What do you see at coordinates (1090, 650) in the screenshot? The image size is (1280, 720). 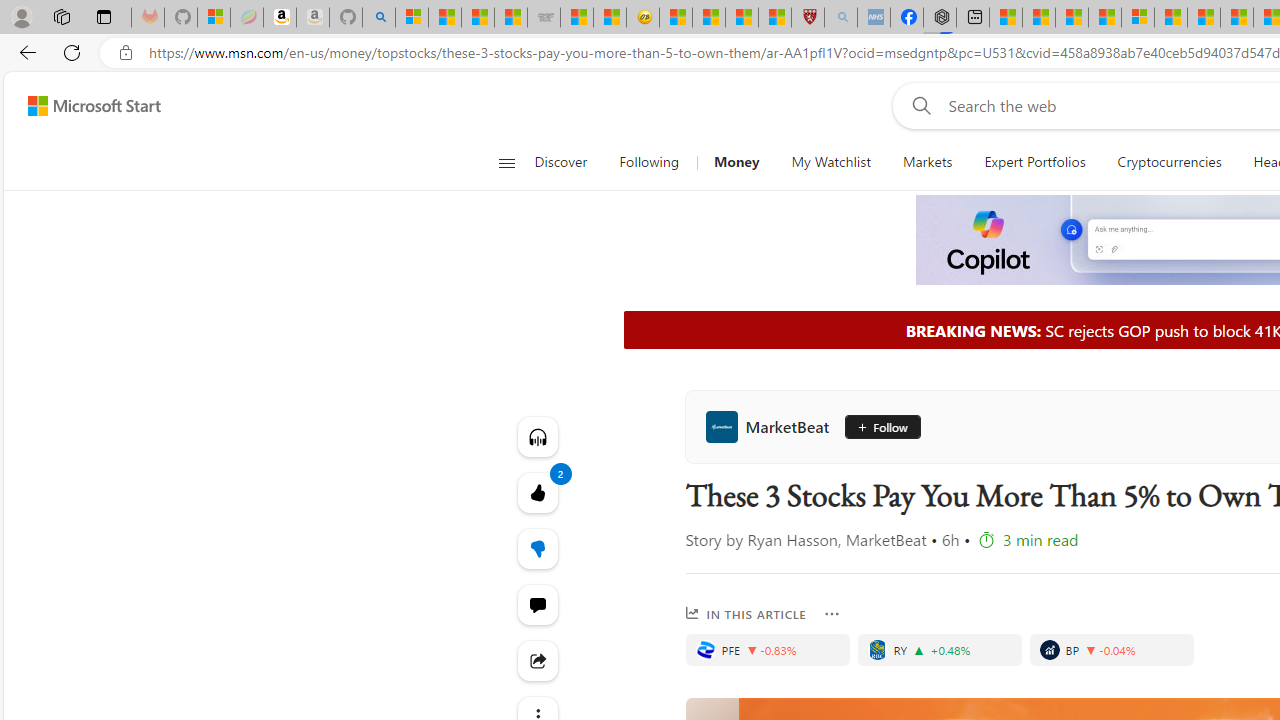 I see `'Price decrease'` at bounding box center [1090, 650].